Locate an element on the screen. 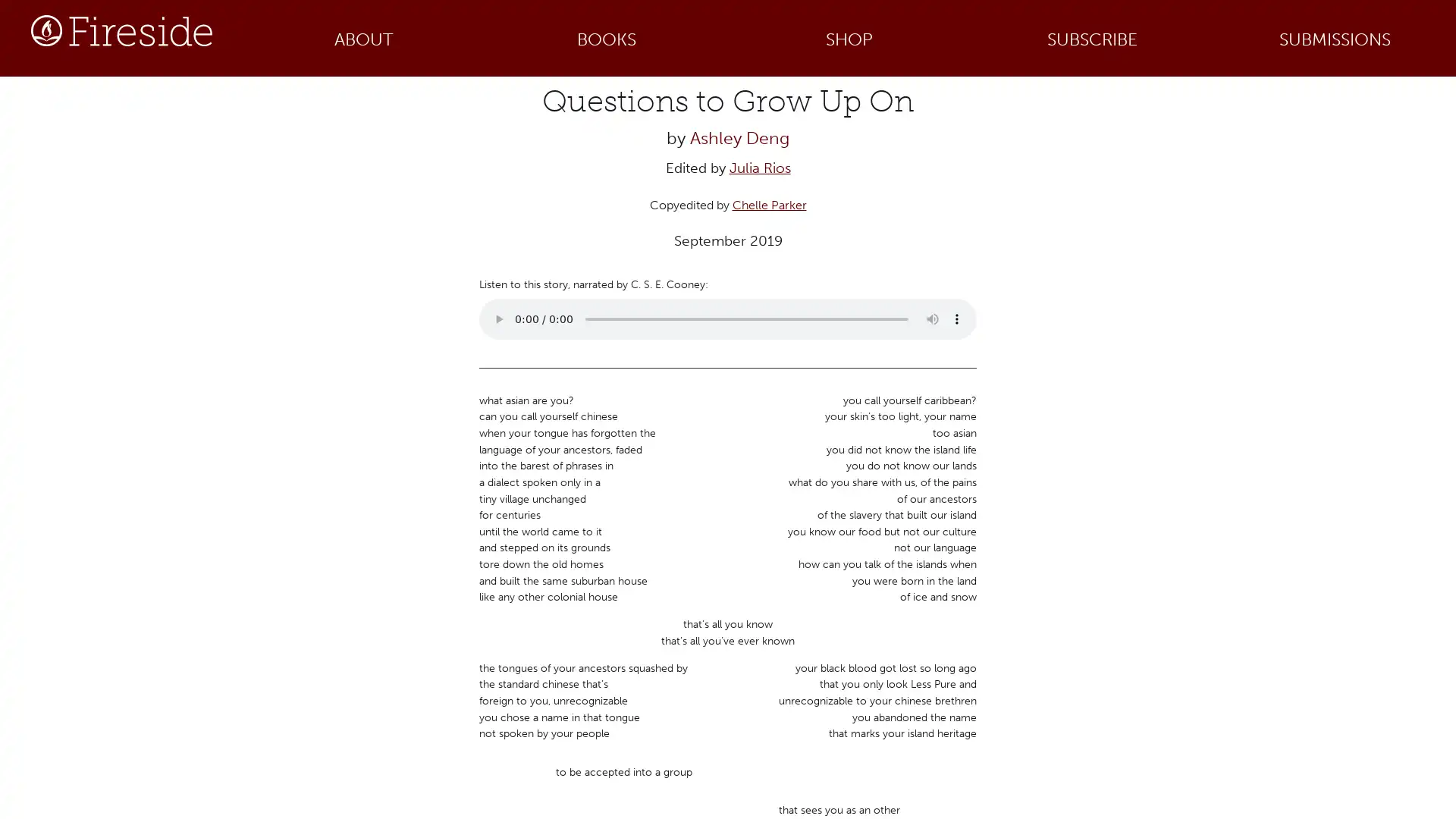  mute is located at coordinates (931, 318).